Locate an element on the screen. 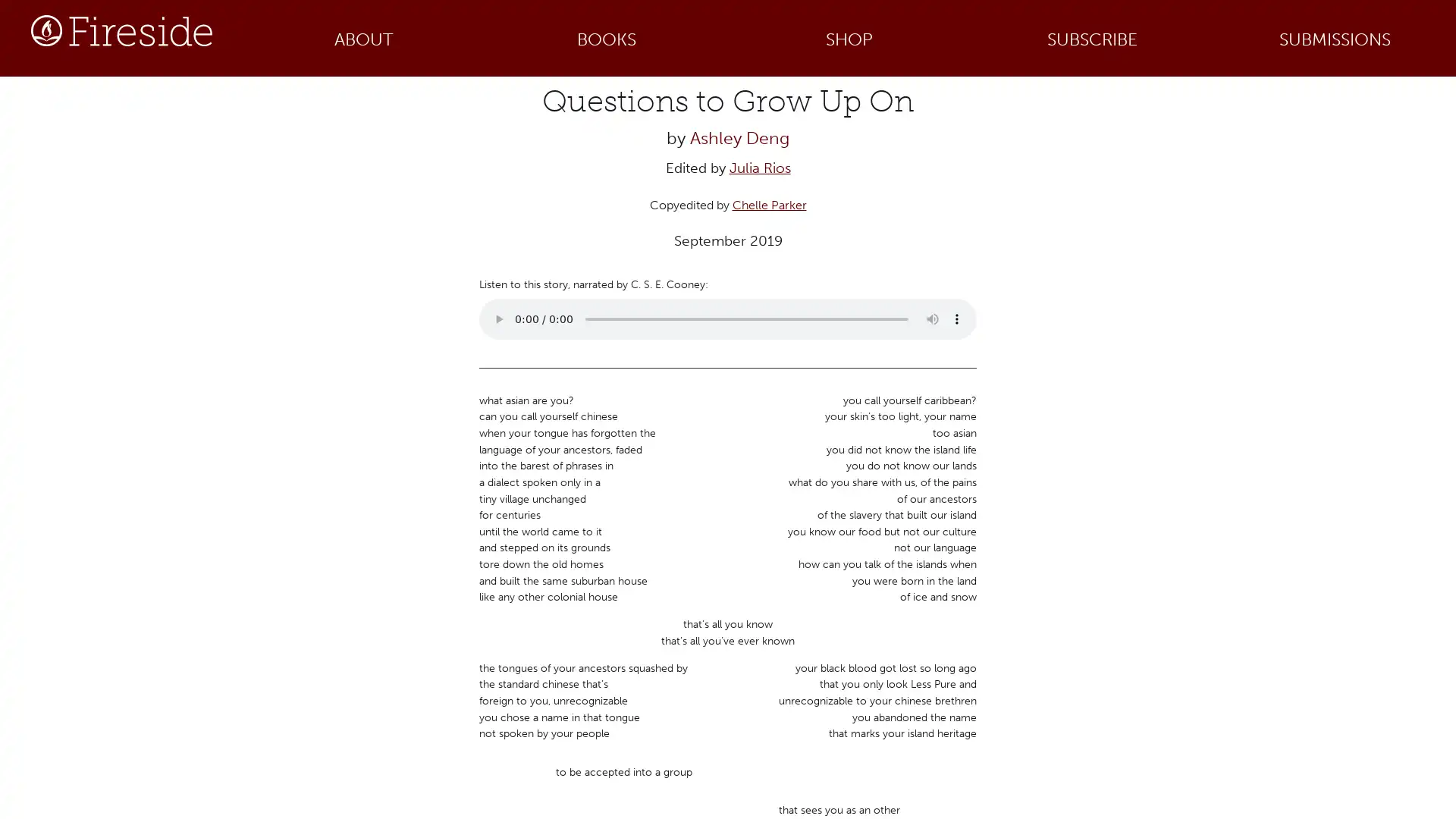  mute is located at coordinates (931, 318).